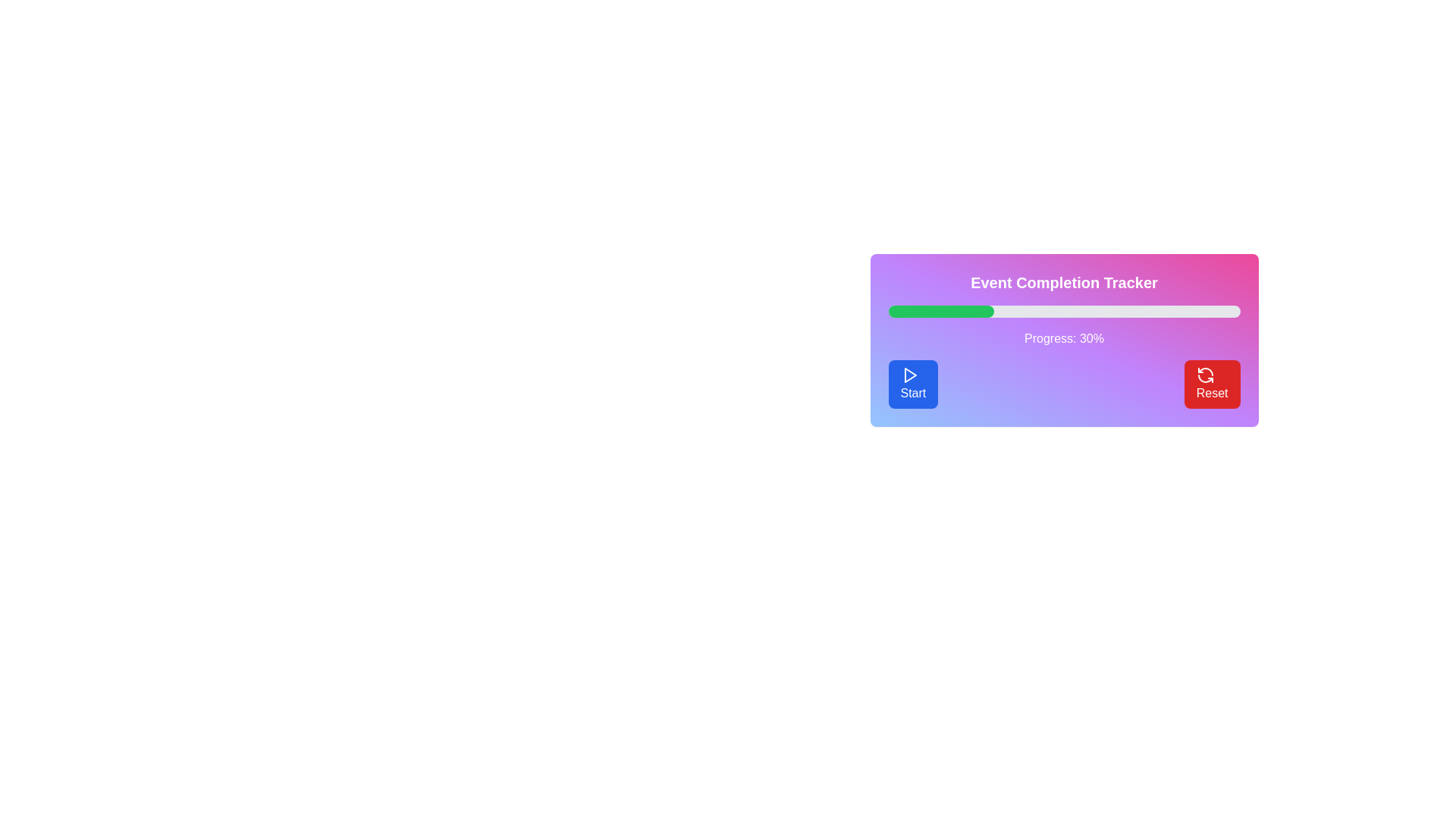 The height and width of the screenshot is (819, 1456). I want to click on the Progress bar that visually represents the completion of a task, positioned below the 'Event Completion Tracker' text and above the 'Progress: 30%' label, so click(1063, 311).